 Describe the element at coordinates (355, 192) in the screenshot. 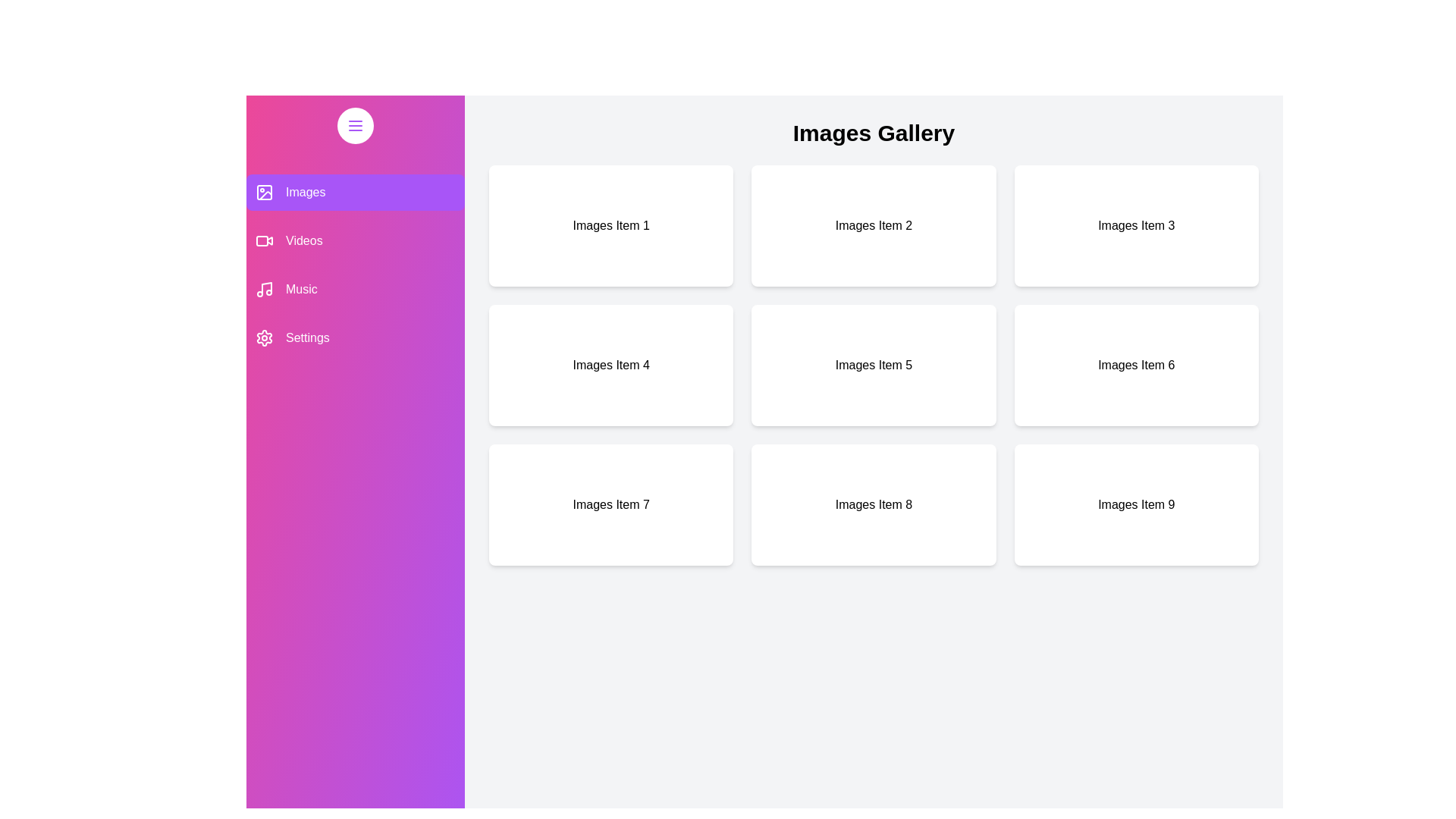

I see `the media category Images from the sidebar` at that location.